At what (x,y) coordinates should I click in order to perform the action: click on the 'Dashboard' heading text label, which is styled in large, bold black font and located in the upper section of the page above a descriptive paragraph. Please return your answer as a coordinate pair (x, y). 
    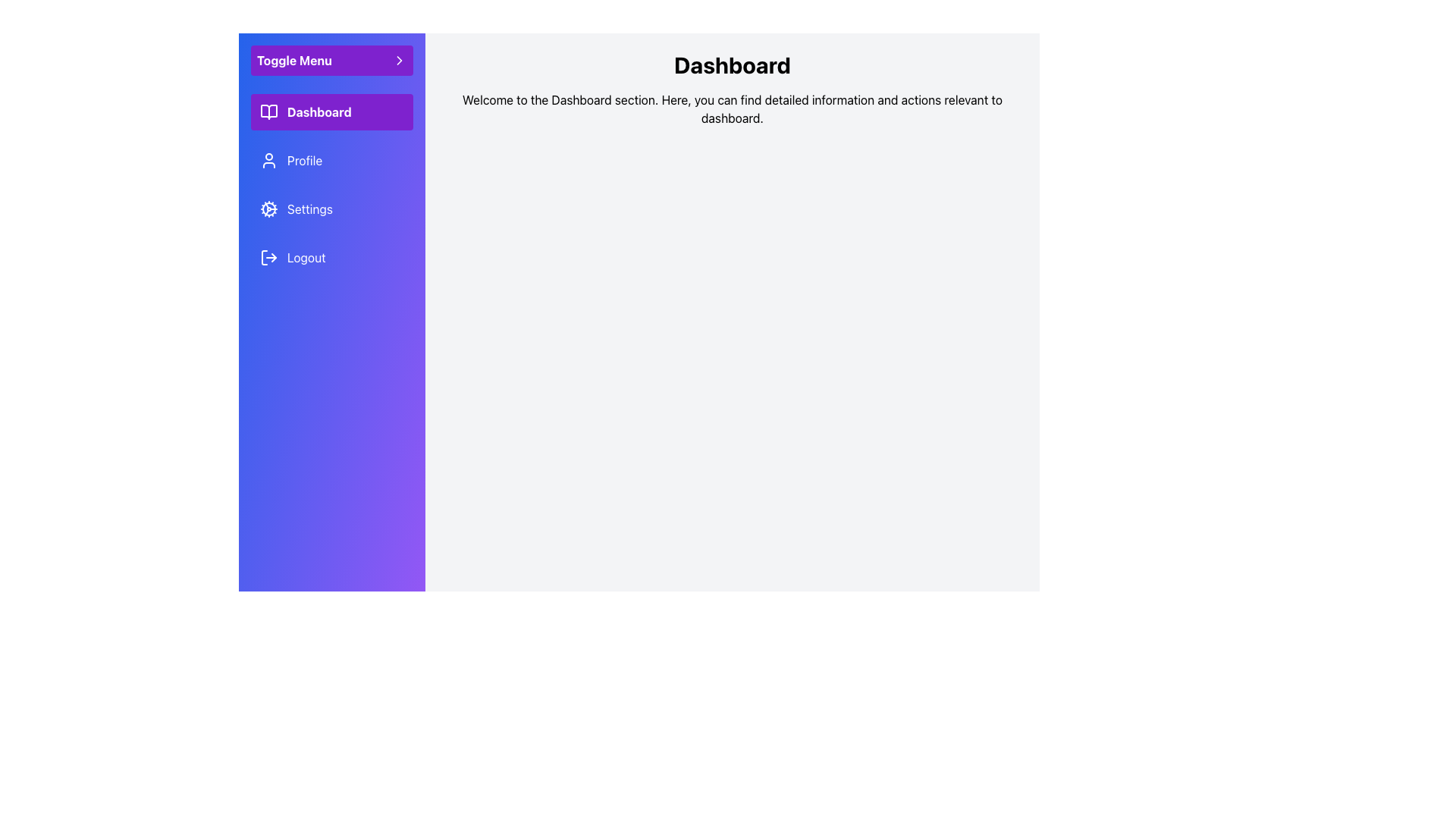
    Looking at the image, I should click on (732, 64).